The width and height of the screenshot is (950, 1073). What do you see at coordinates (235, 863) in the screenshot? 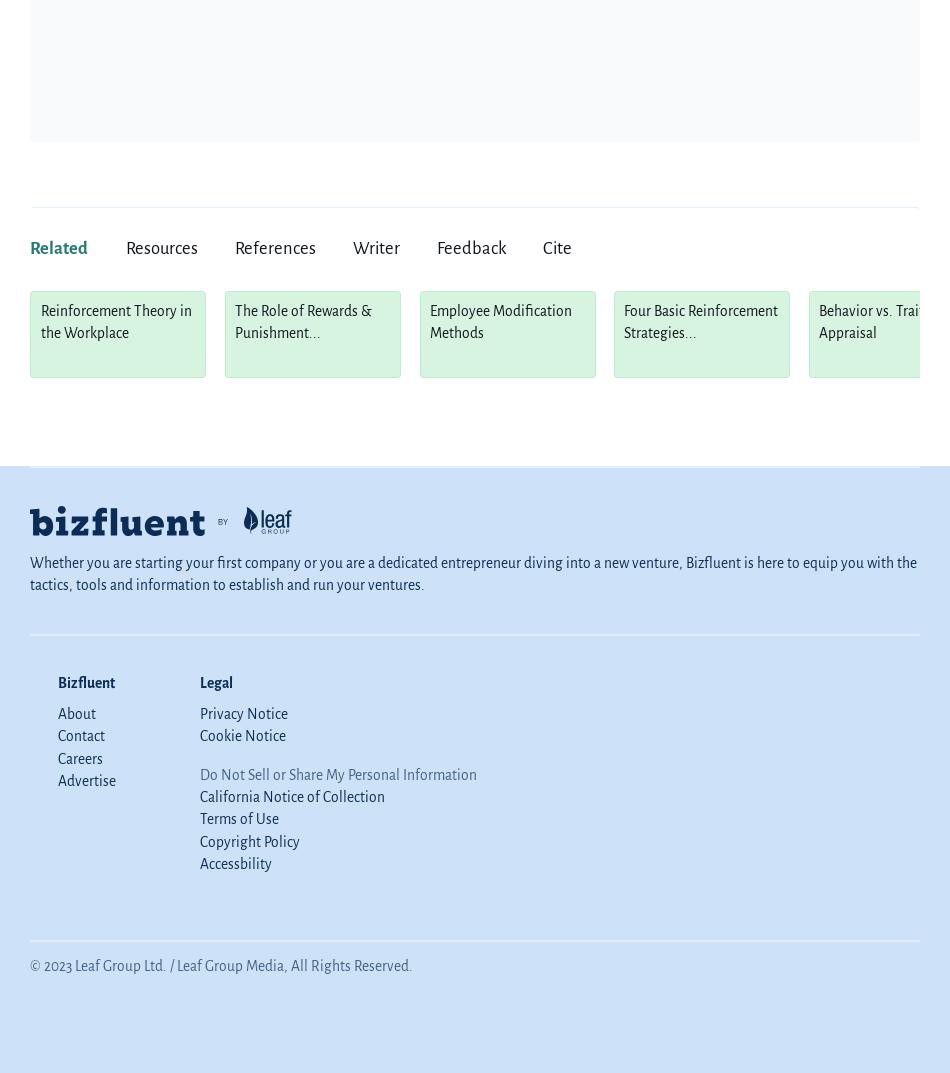
I see `'Accessbility'` at bounding box center [235, 863].